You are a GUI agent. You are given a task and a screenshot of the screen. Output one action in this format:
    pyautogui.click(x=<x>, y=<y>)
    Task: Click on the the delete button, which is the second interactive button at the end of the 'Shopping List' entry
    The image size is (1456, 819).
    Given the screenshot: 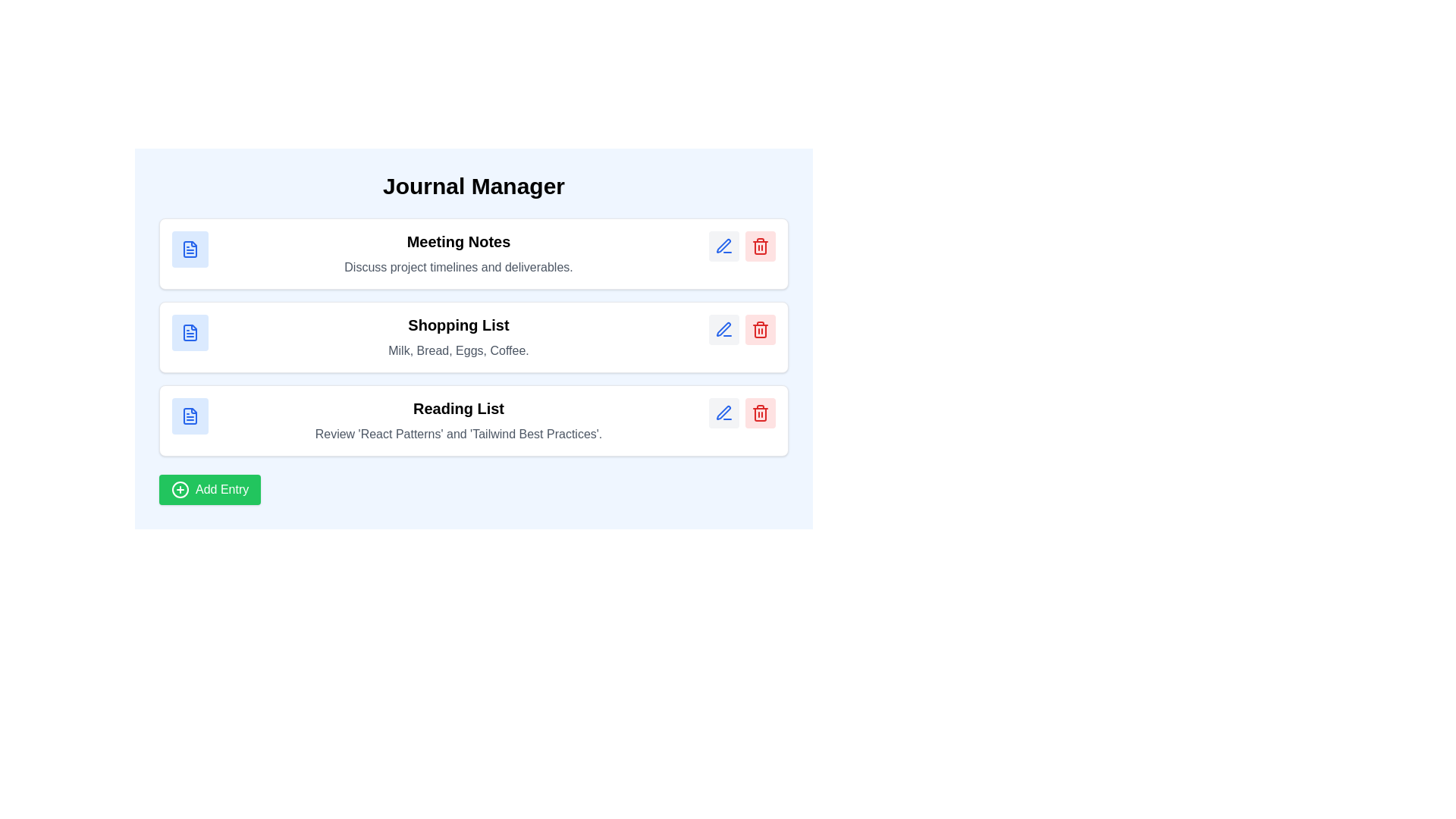 What is the action you would take?
    pyautogui.click(x=761, y=329)
    